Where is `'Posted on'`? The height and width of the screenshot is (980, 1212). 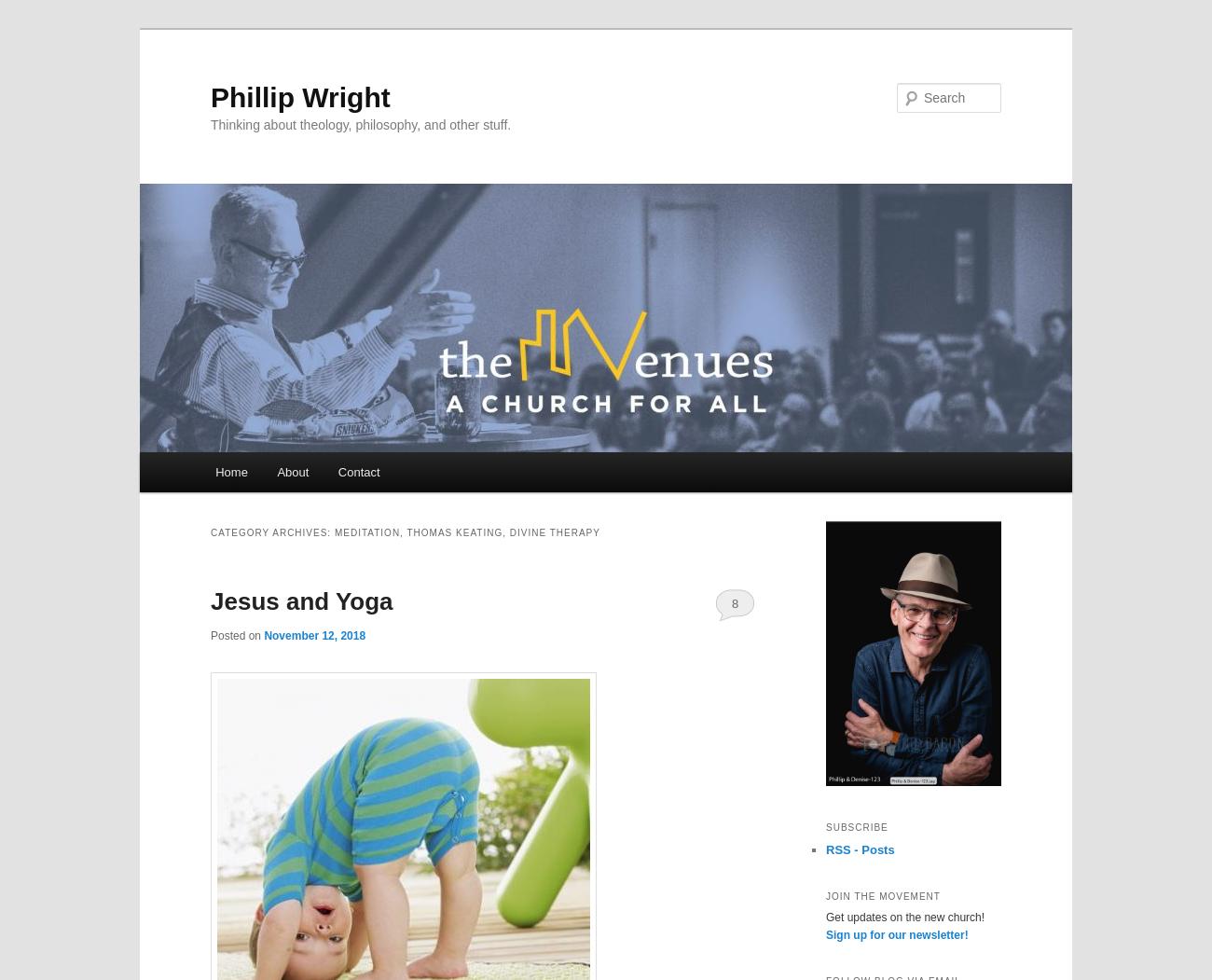
'Posted on' is located at coordinates (236, 635).